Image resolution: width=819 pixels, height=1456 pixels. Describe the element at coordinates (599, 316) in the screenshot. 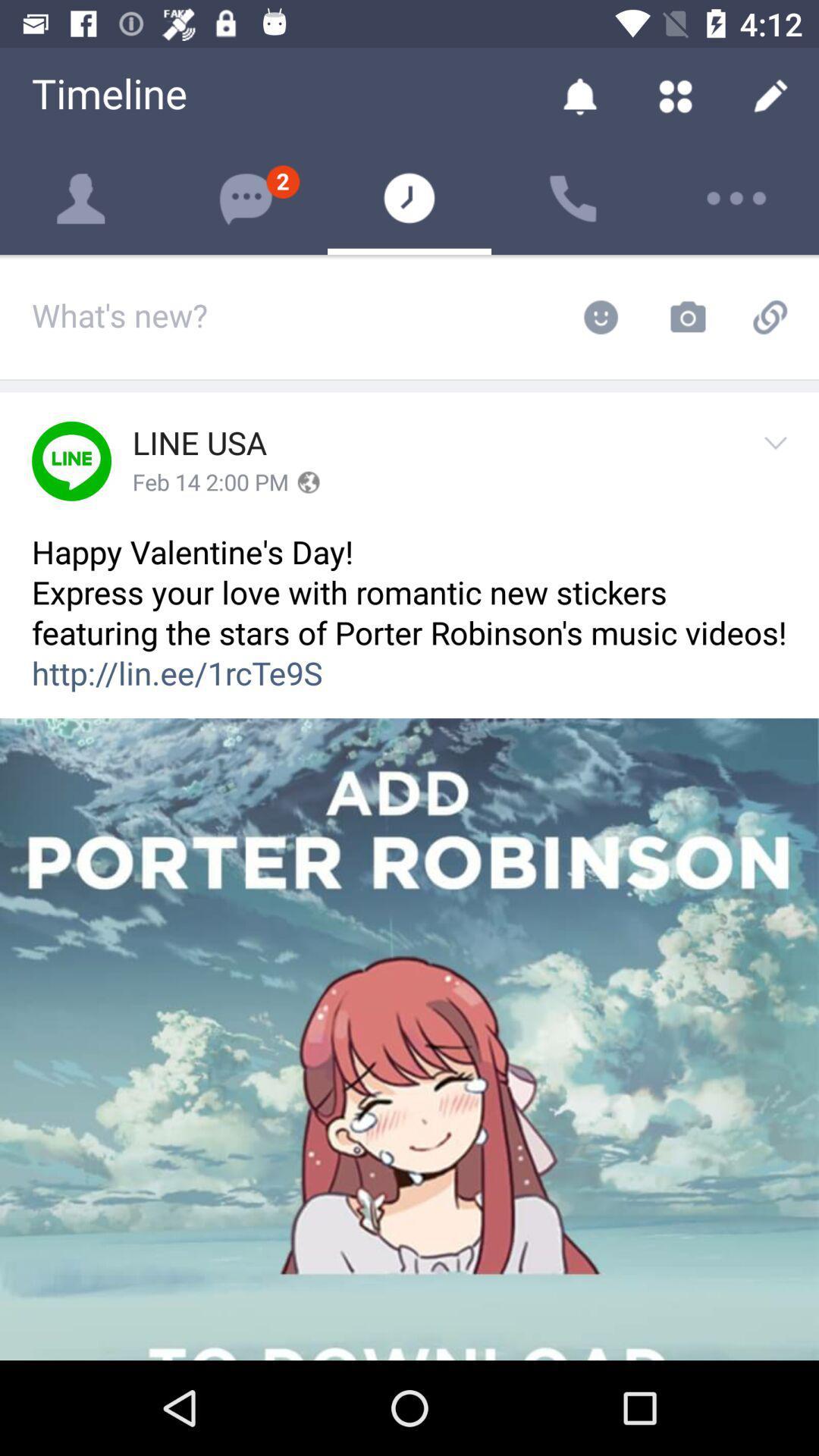

I see `the emoji button on the web page` at that location.